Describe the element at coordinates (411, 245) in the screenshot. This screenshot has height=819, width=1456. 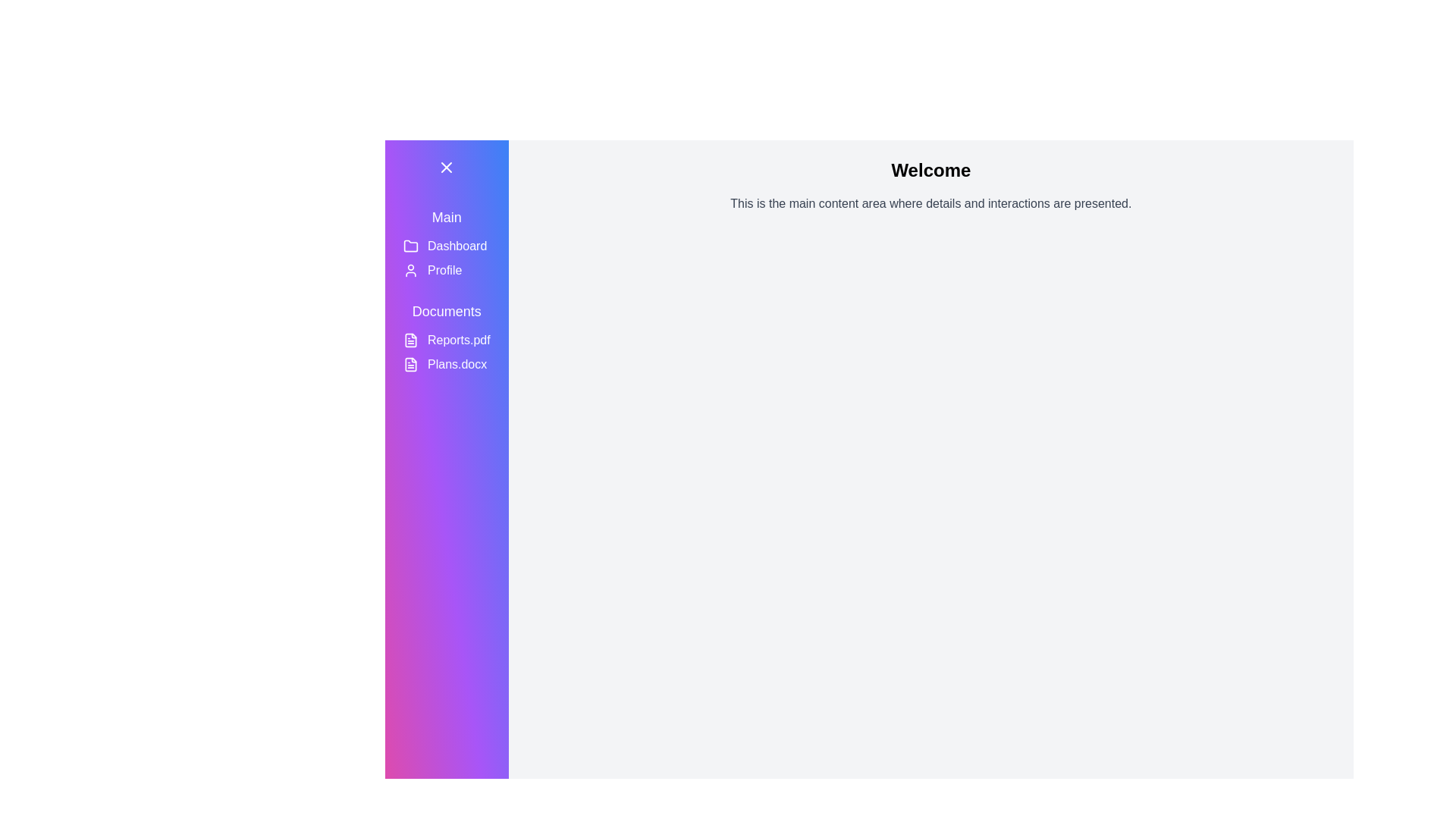
I see `the 'Dashboard' icon located in the sidebar menu` at that location.